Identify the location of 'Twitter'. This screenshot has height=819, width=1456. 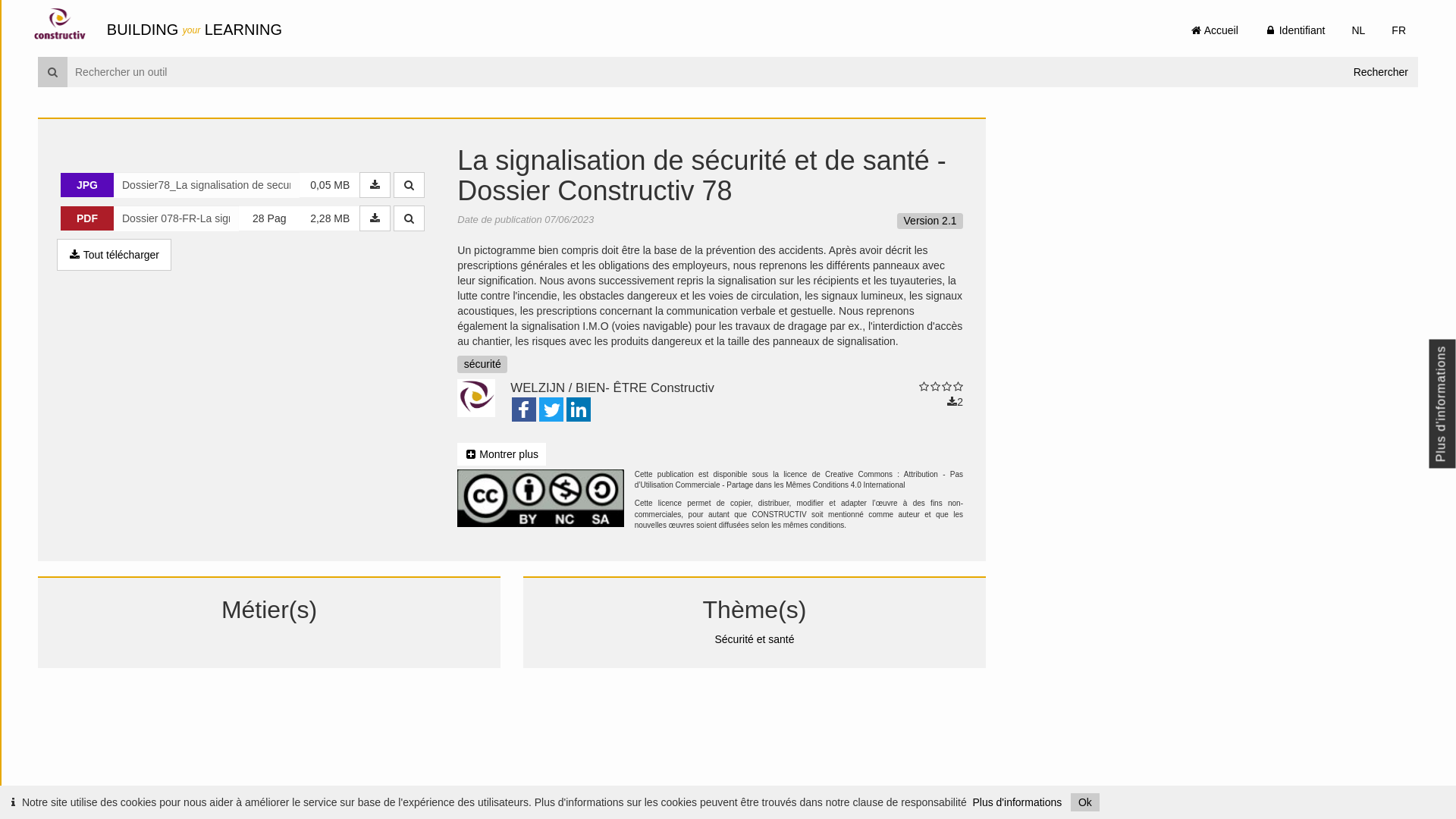
(550, 409).